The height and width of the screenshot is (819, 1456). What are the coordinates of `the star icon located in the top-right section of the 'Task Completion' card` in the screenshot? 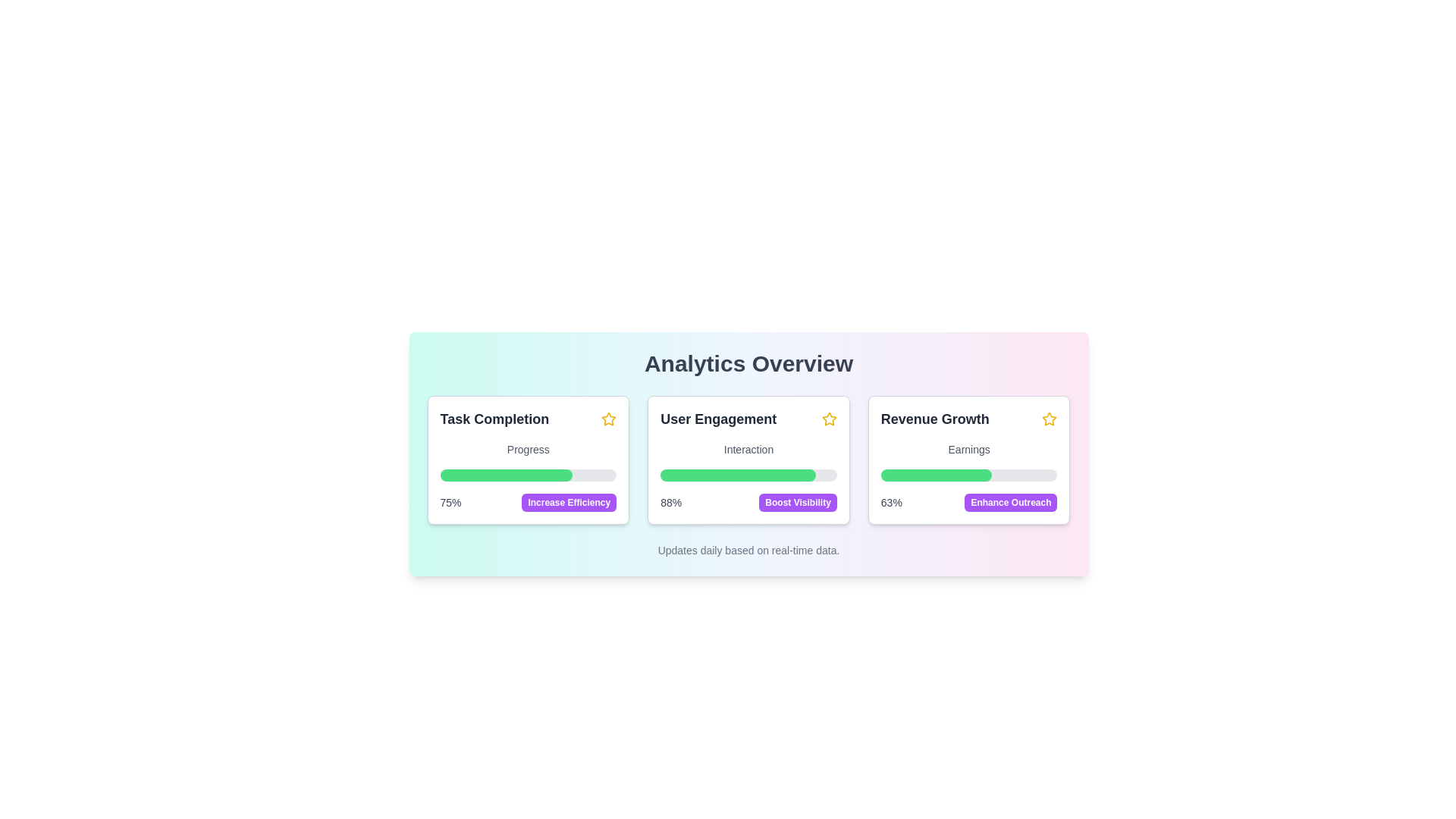 It's located at (609, 419).